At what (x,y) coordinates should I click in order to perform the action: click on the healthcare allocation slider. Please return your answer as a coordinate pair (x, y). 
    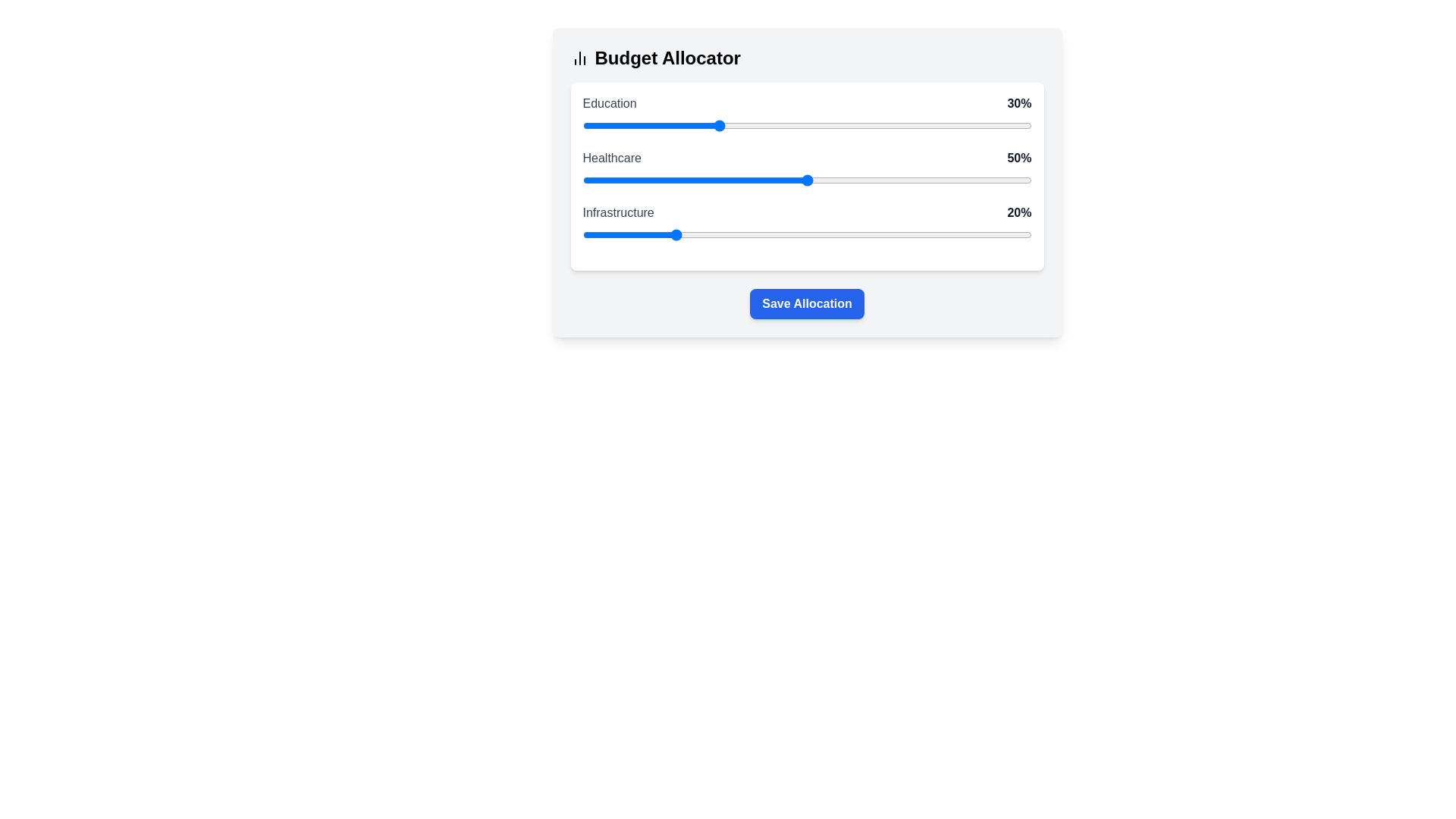
    Looking at the image, I should click on (680, 180).